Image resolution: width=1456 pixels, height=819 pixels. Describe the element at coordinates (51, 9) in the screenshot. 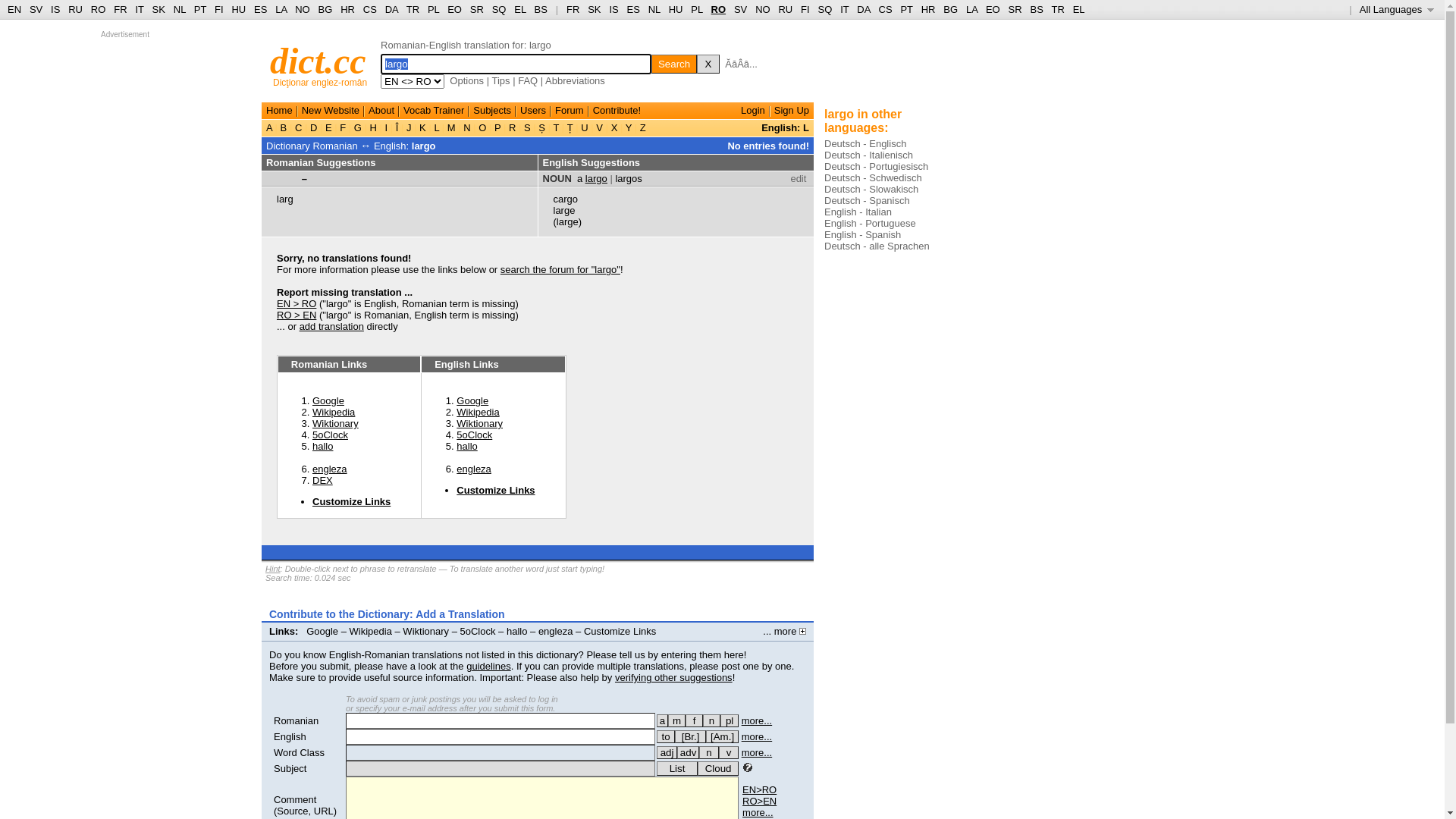

I see `'IS'` at that location.